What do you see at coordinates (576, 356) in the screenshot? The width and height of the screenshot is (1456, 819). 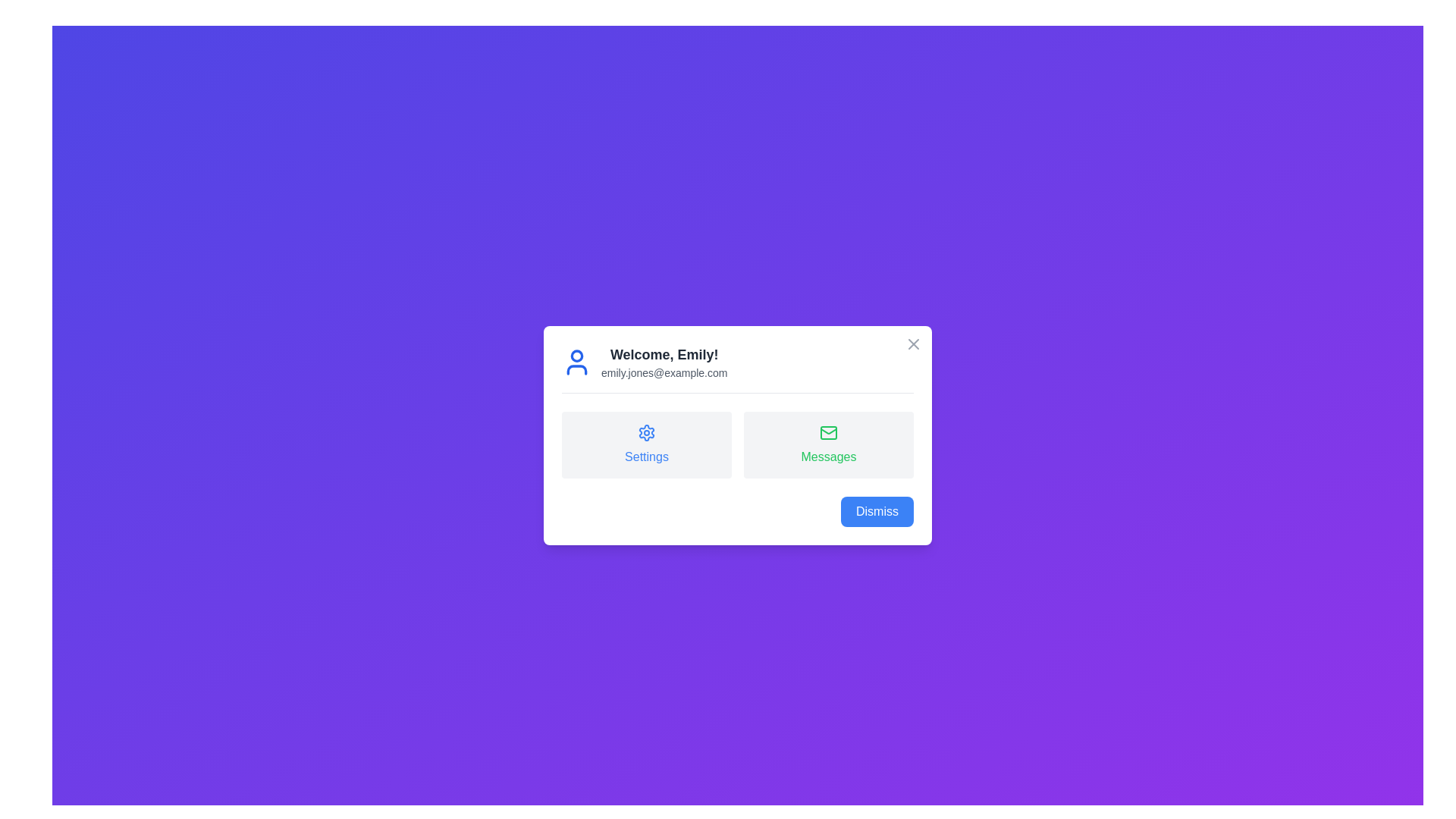 I see `the circular profile icon that resembles a user's head, located in the upper-left corner of the card, slightly to the left of the welcome greeting text` at bounding box center [576, 356].